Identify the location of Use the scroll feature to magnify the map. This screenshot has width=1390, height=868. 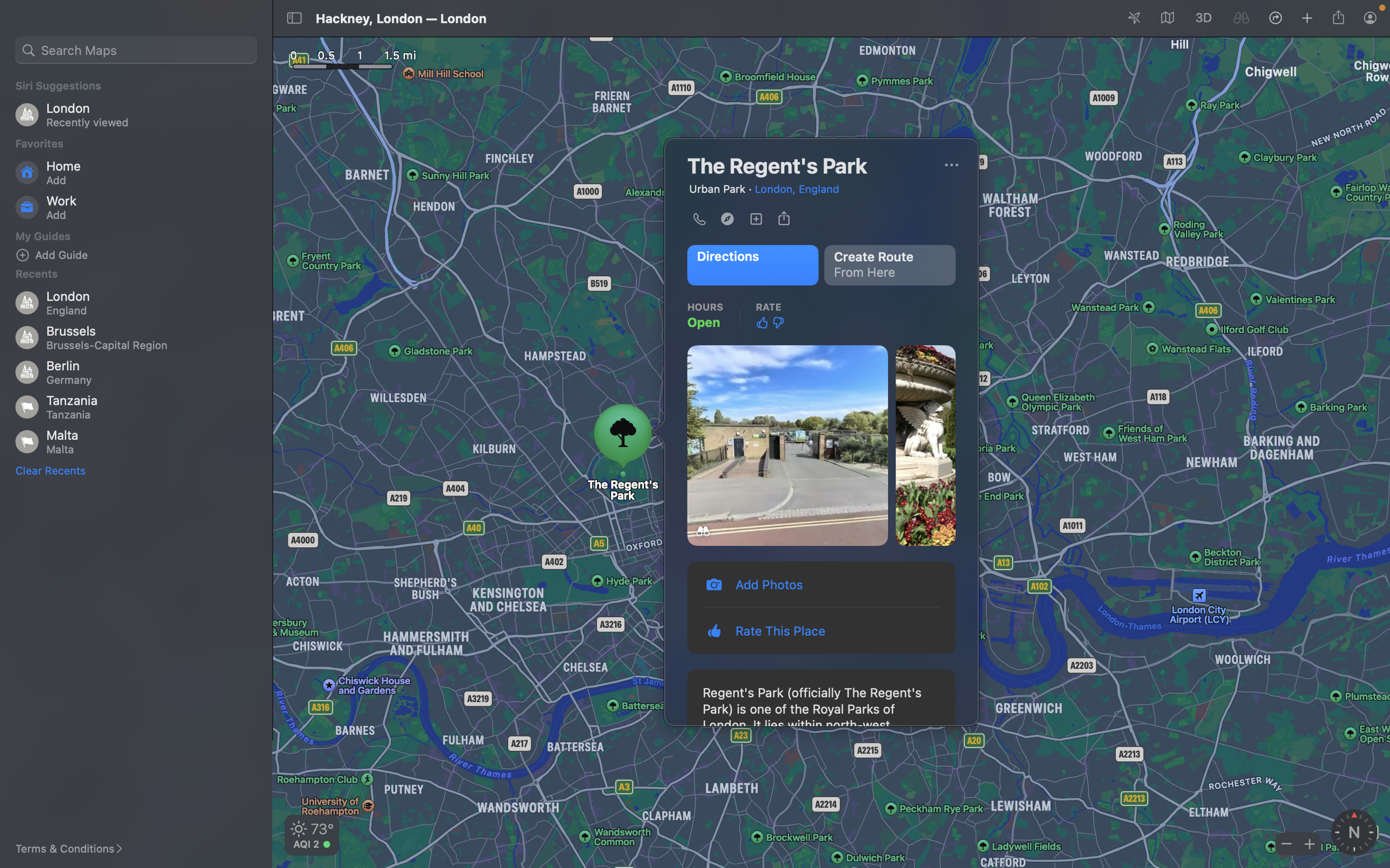
(2366475, 810278).